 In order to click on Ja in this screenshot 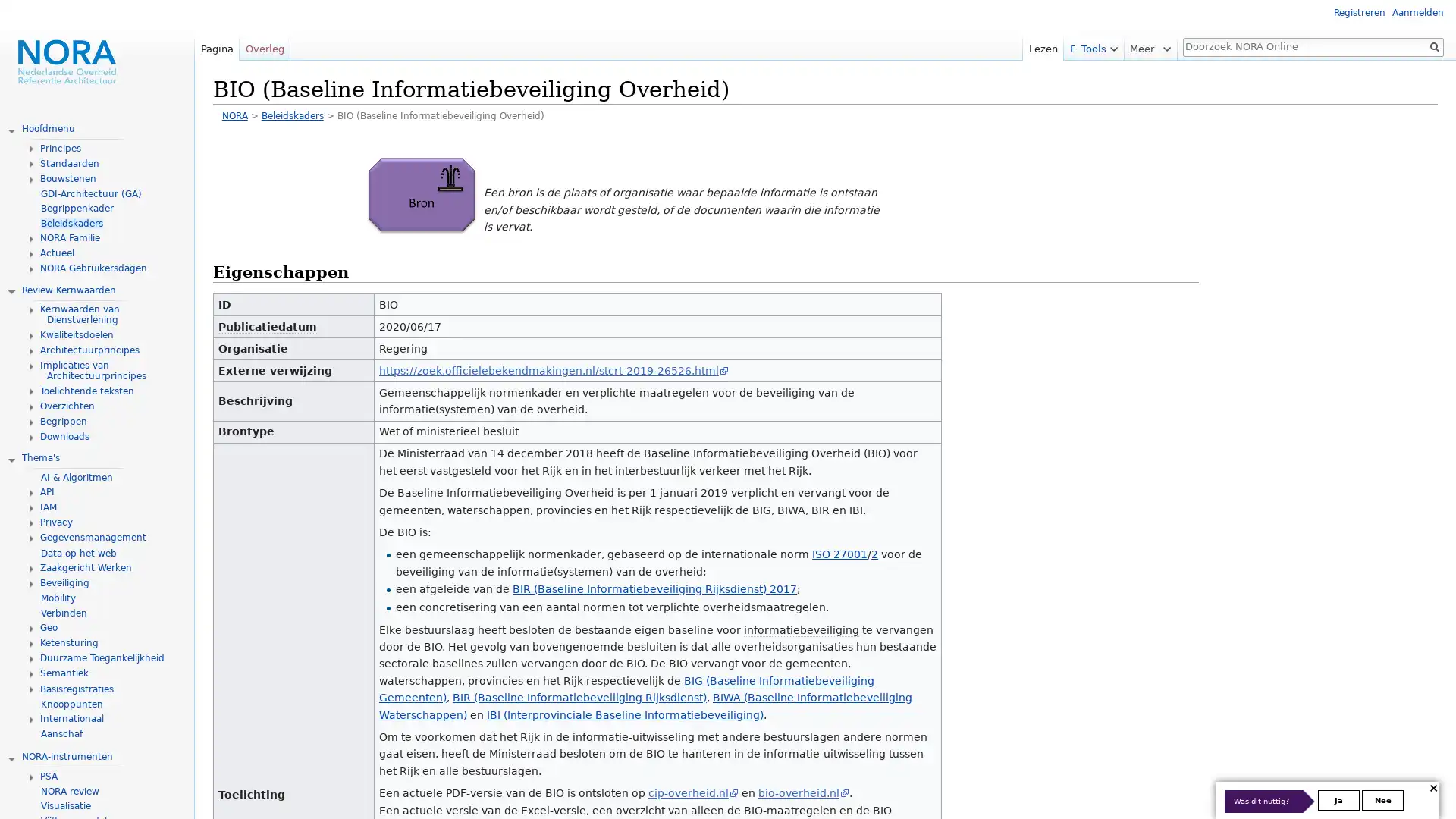, I will do `click(1338, 799)`.